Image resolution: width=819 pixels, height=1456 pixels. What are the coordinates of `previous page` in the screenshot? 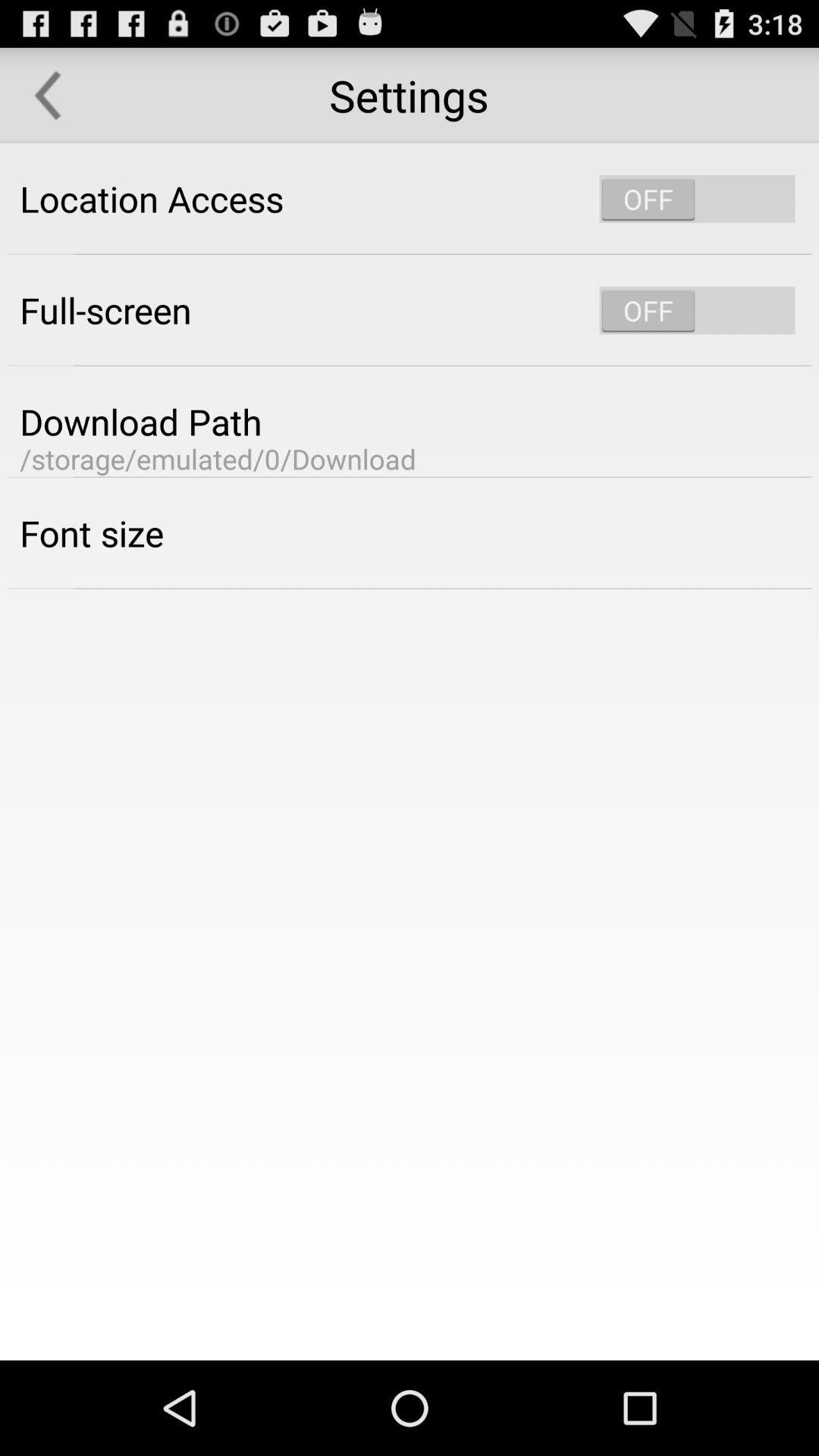 It's located at (46, 94).